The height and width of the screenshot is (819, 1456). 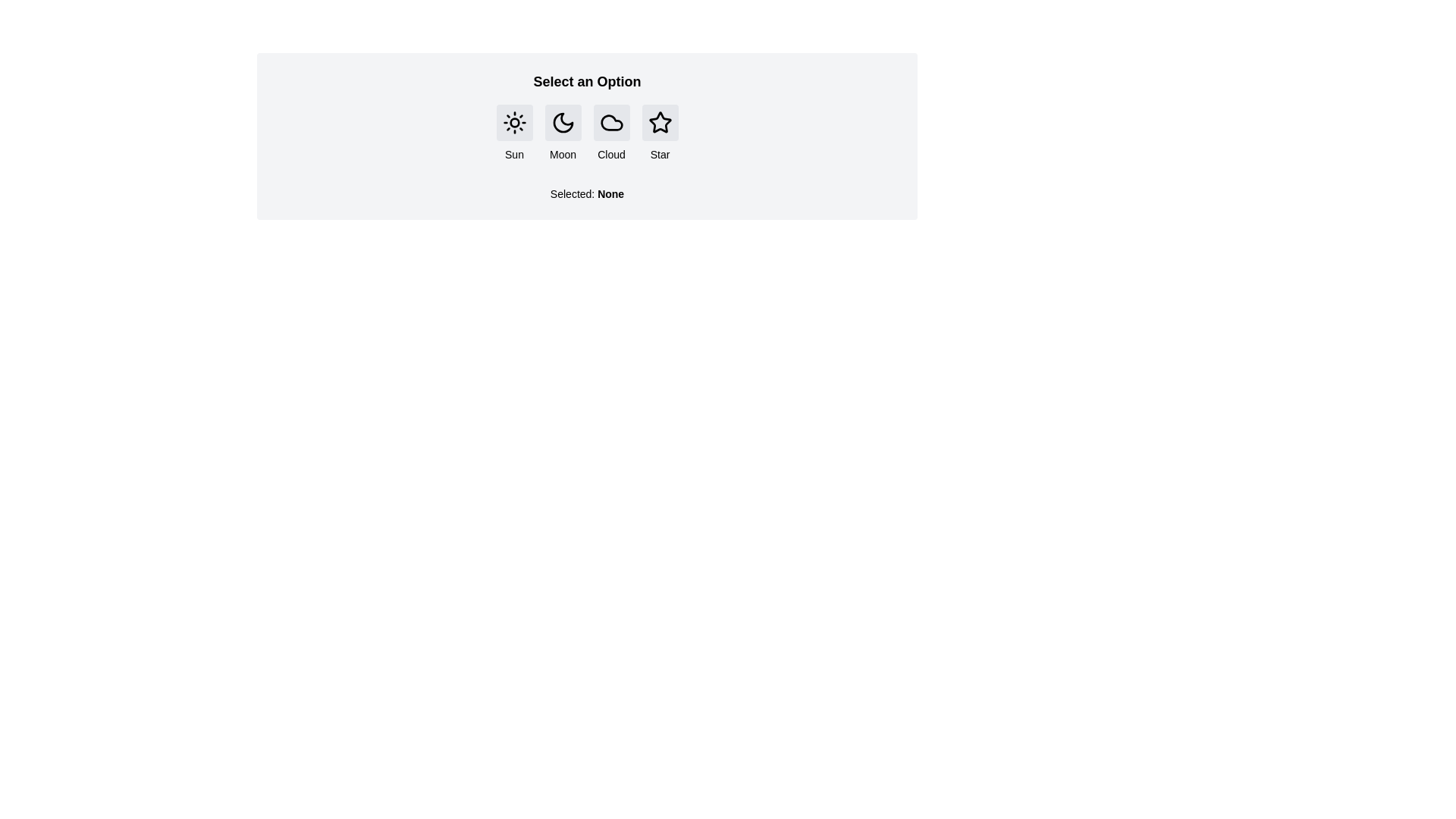 I want to click on the 'Moon' icon button, which is the second option in a horizontal row of four icons labeled 'Sun,' 'Moon,' 'Cloud,' and 'Star.', so click(x=562, y=122).